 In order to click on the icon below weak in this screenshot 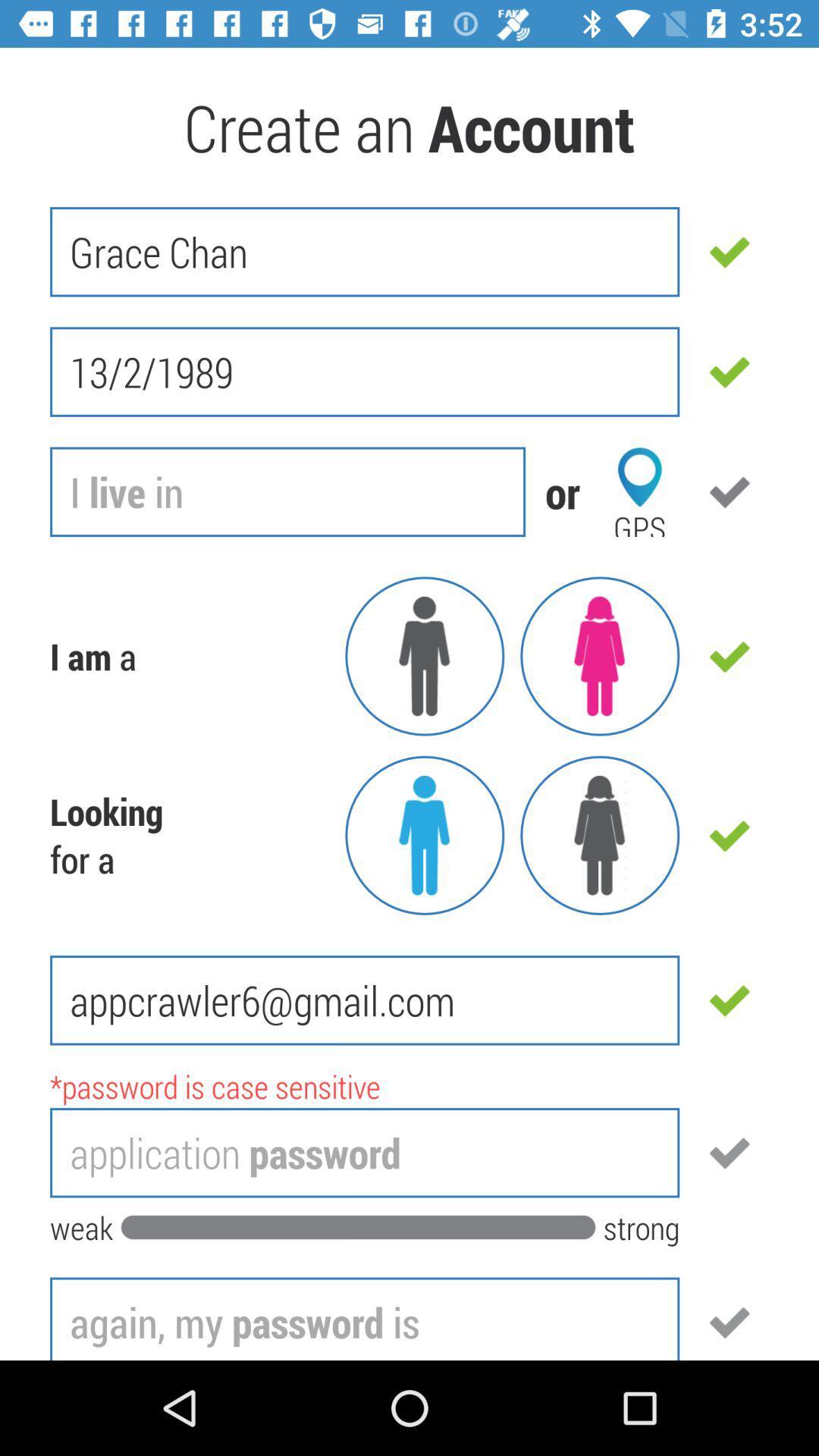, I will do `click(365, 1318)`.